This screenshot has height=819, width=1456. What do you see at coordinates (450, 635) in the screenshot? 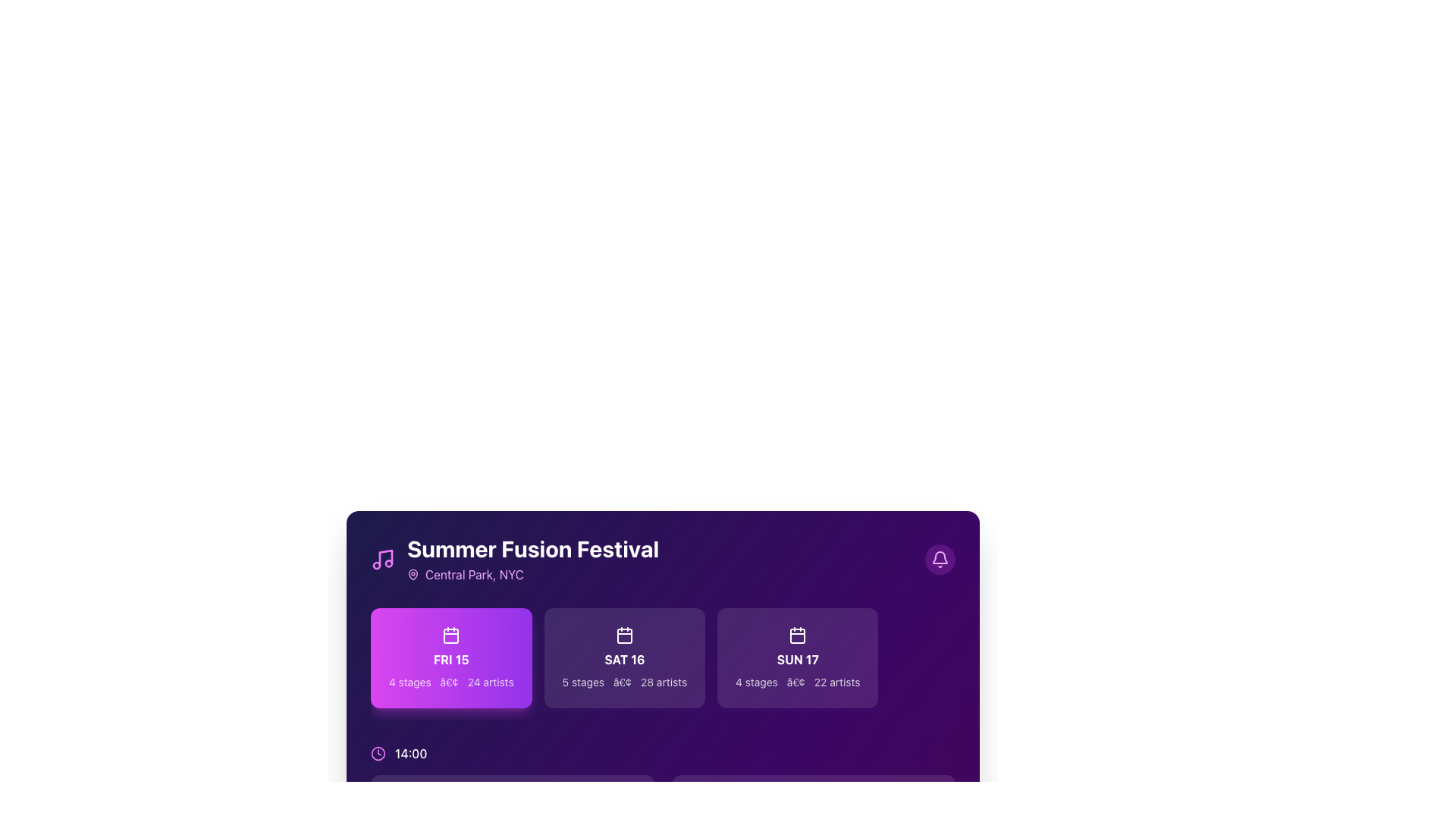
I see `the icon representing the date associated with the event labeled 'FRI 15', which is centrally positioned inside the purple background box` at bounding box center [450, 635].